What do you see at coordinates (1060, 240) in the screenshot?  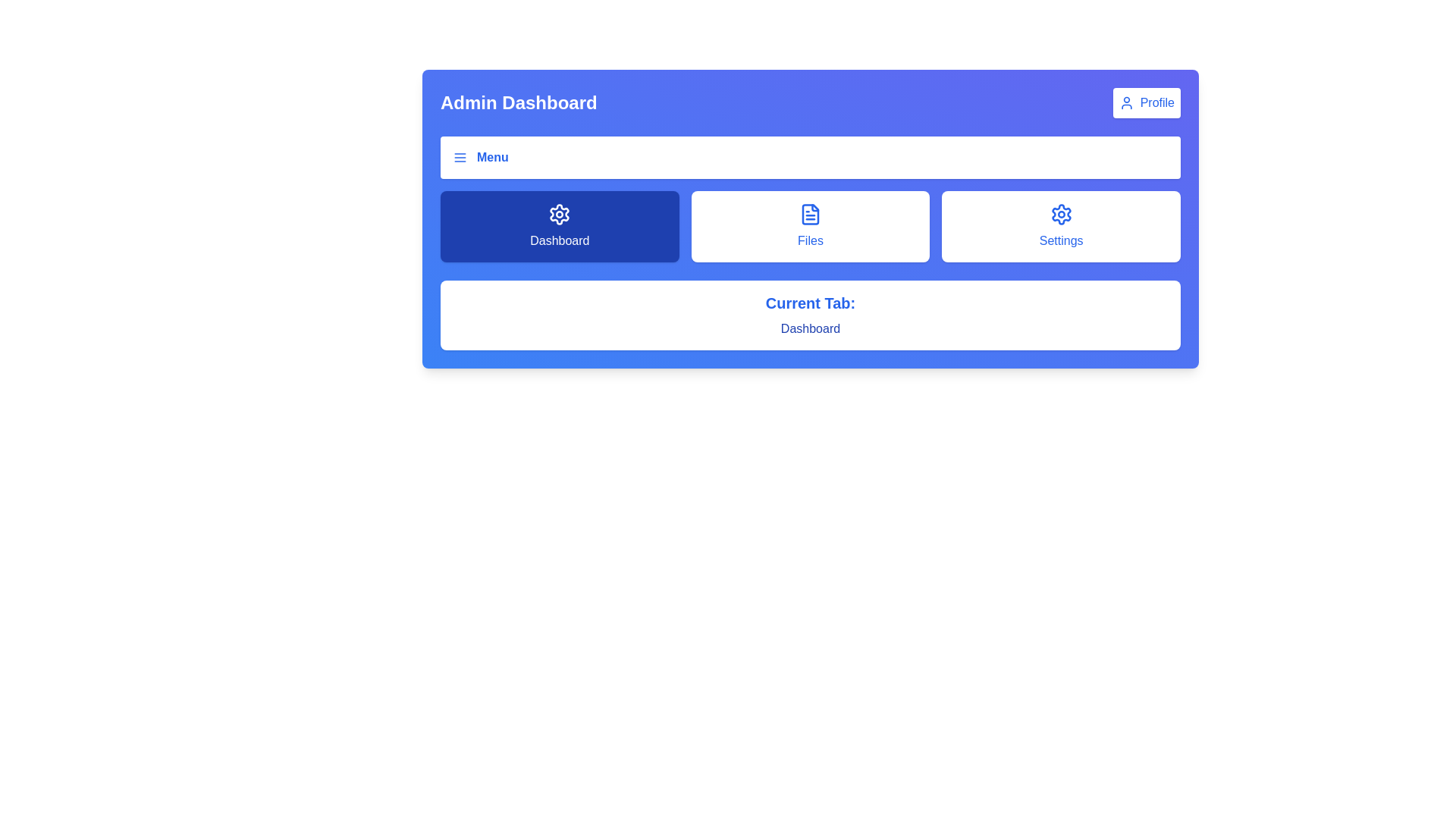 I see `the label indicating 'Settings', located at the center bottom of the third card in a row of options including 'Dashboard' and 'Files'` at bounding box center [1060, 240].